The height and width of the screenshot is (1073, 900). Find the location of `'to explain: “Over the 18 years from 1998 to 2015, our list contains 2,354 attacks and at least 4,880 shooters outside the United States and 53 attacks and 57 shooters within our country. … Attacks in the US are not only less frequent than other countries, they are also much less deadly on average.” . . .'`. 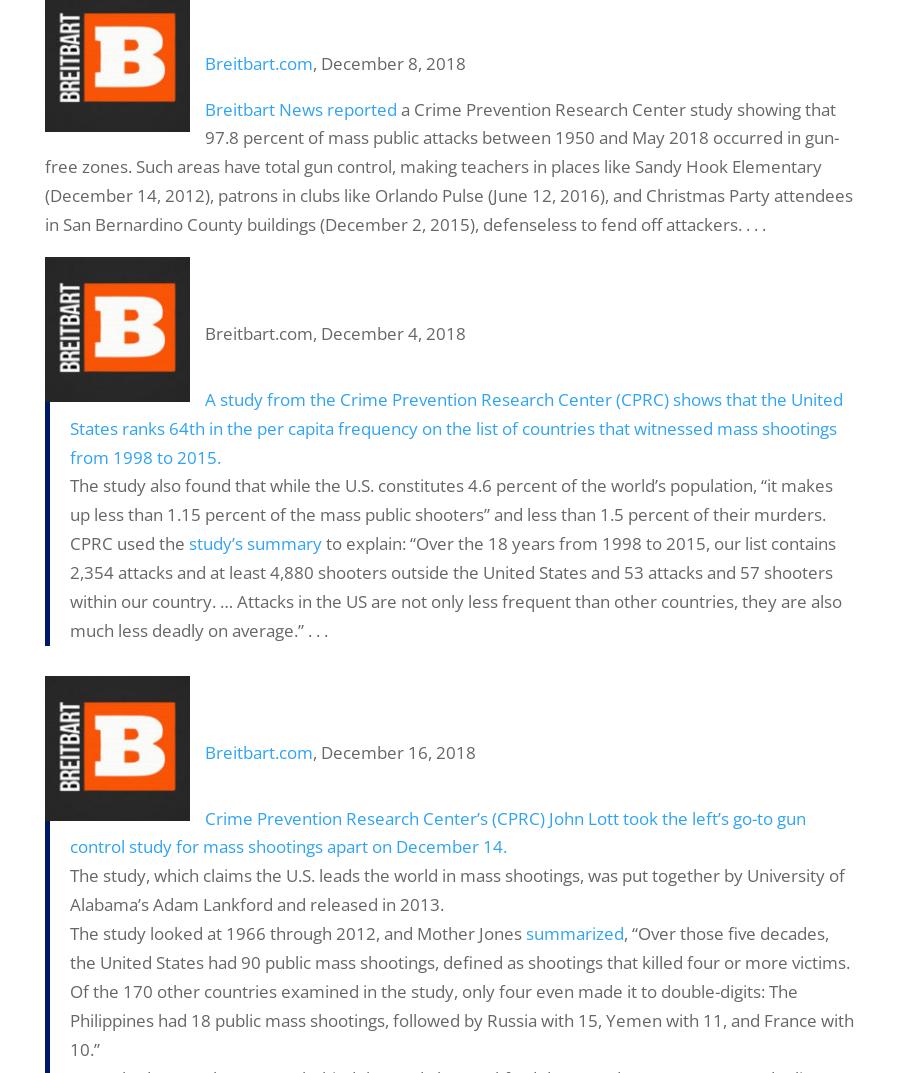

'to explain: “Over the 18 years from 1998 to 2015, our list contains 2,354 attacks and at least 4,880 shooters outside the United States and 53 attacks and 57 shooters within our country. … Attacks in the US are not only less frequent than other countries, they are also much less deadly on average.” . . .' is located at coordinates (455, 586).